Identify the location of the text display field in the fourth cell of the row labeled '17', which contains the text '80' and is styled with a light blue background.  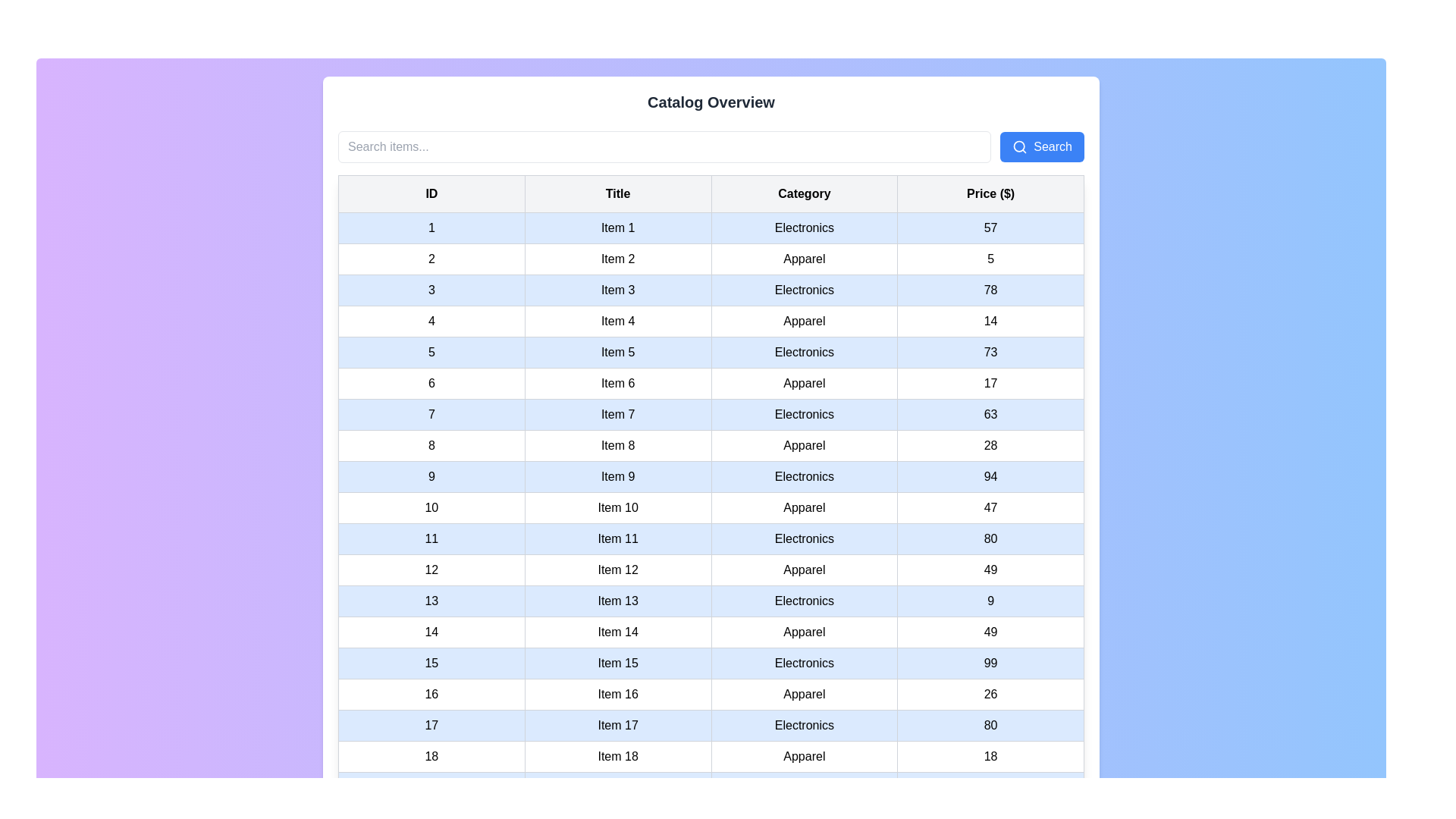
(990, 724).